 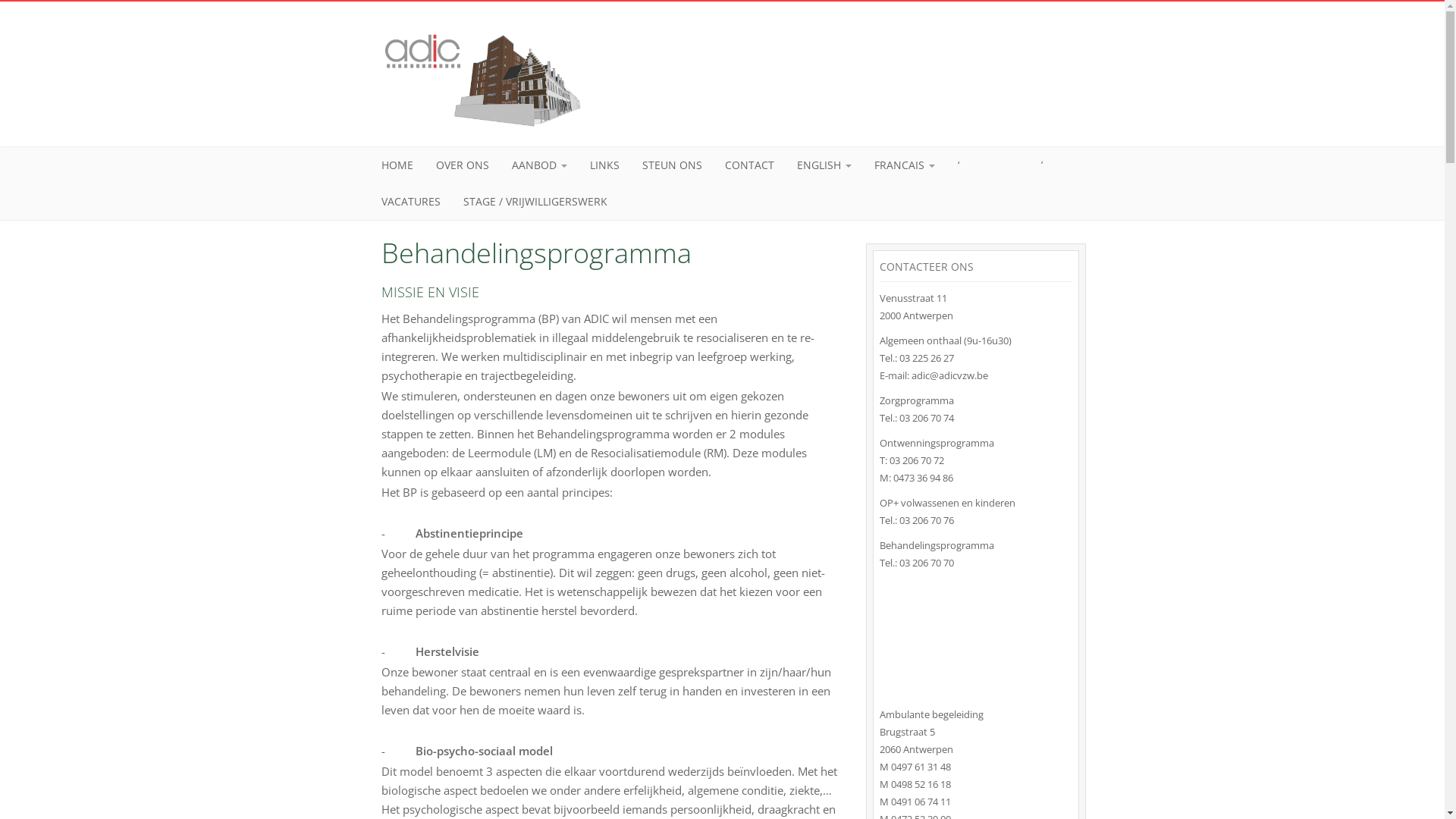 I want to click on 'LINKS', so click(x=577, y=165).